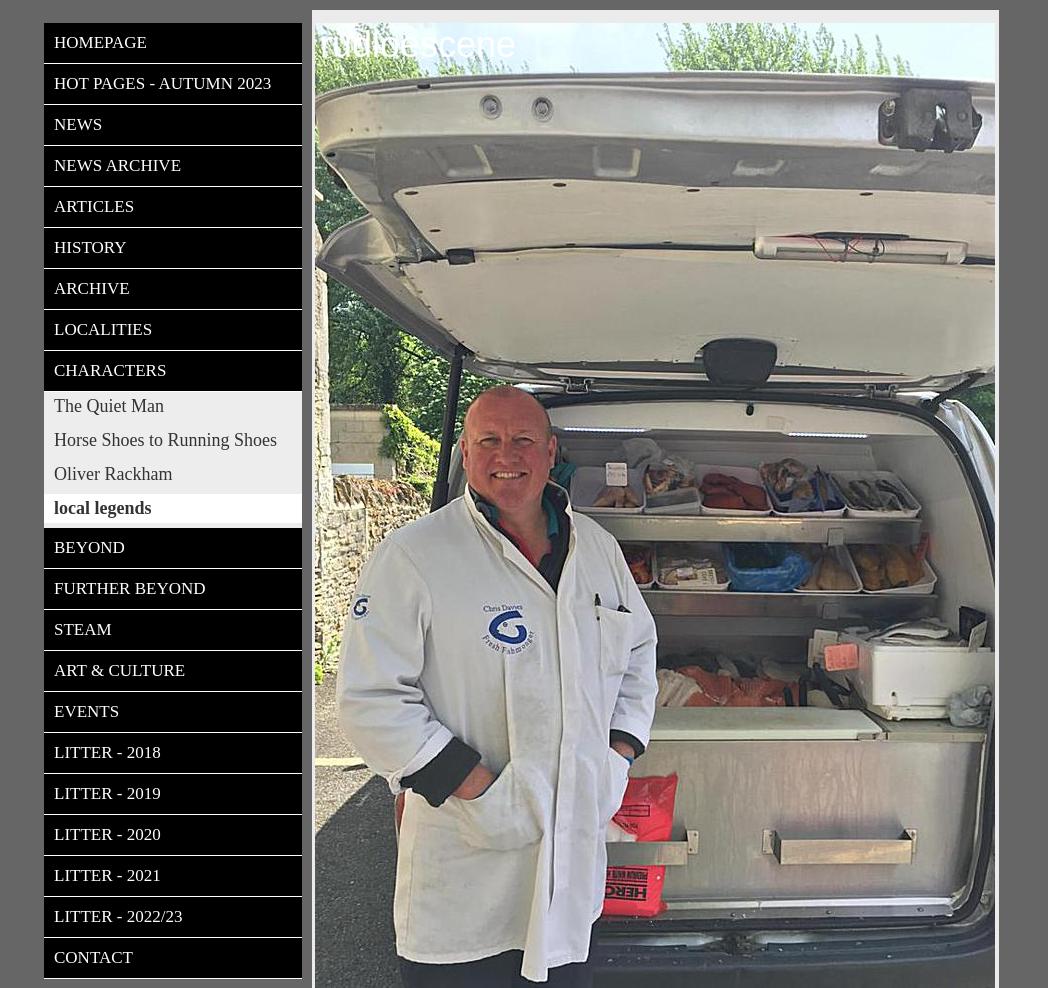  What do you see at coordinates (106, 874) in the screenshot?
I see `'Litter - 2021'` at bounding box center [106, 874].